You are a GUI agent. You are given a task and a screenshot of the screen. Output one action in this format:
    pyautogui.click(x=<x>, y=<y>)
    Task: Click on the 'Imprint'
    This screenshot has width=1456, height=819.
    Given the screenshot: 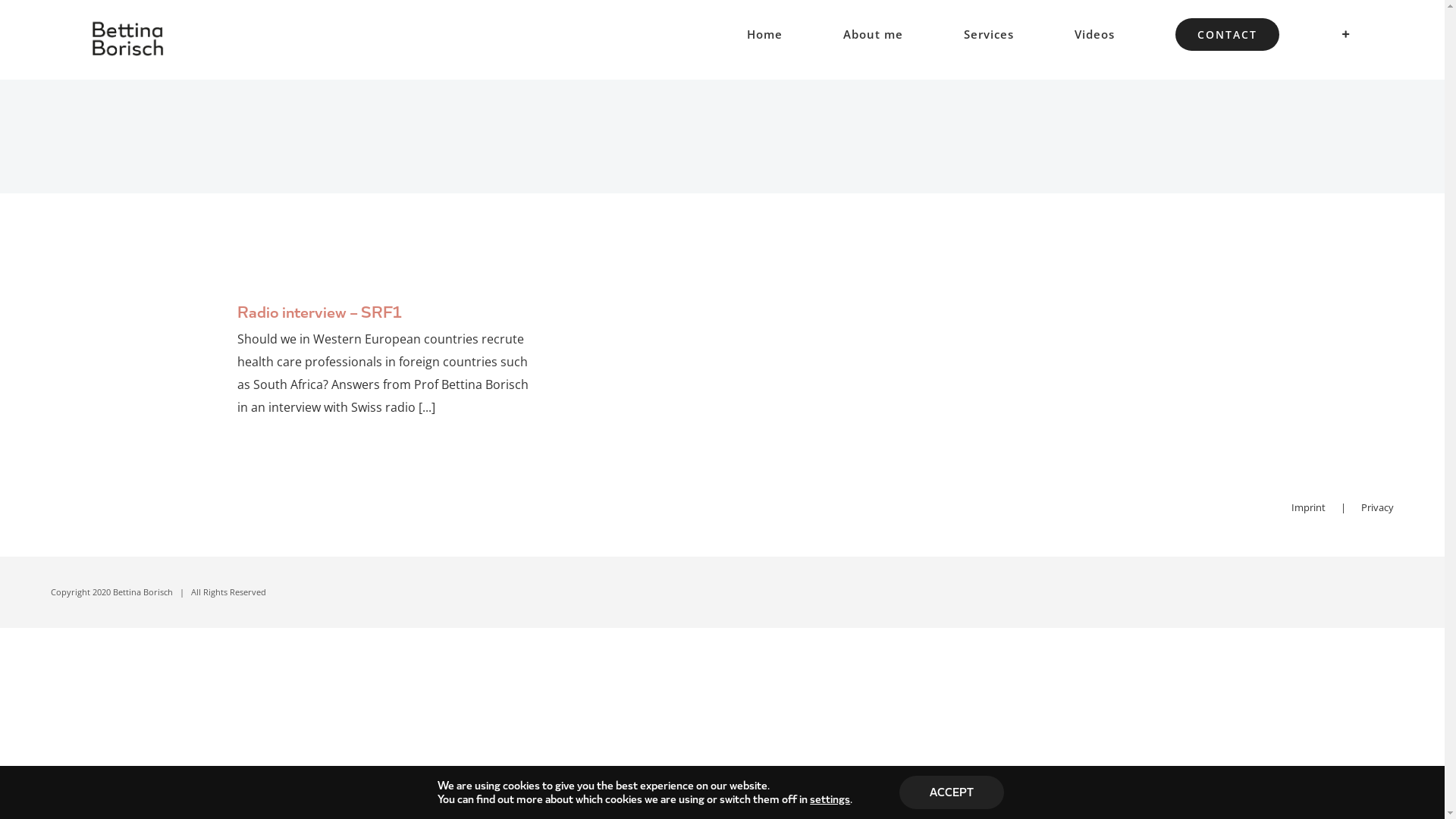 What is the action you would take?
    pyautogui.click(x=1291, y=507)
    